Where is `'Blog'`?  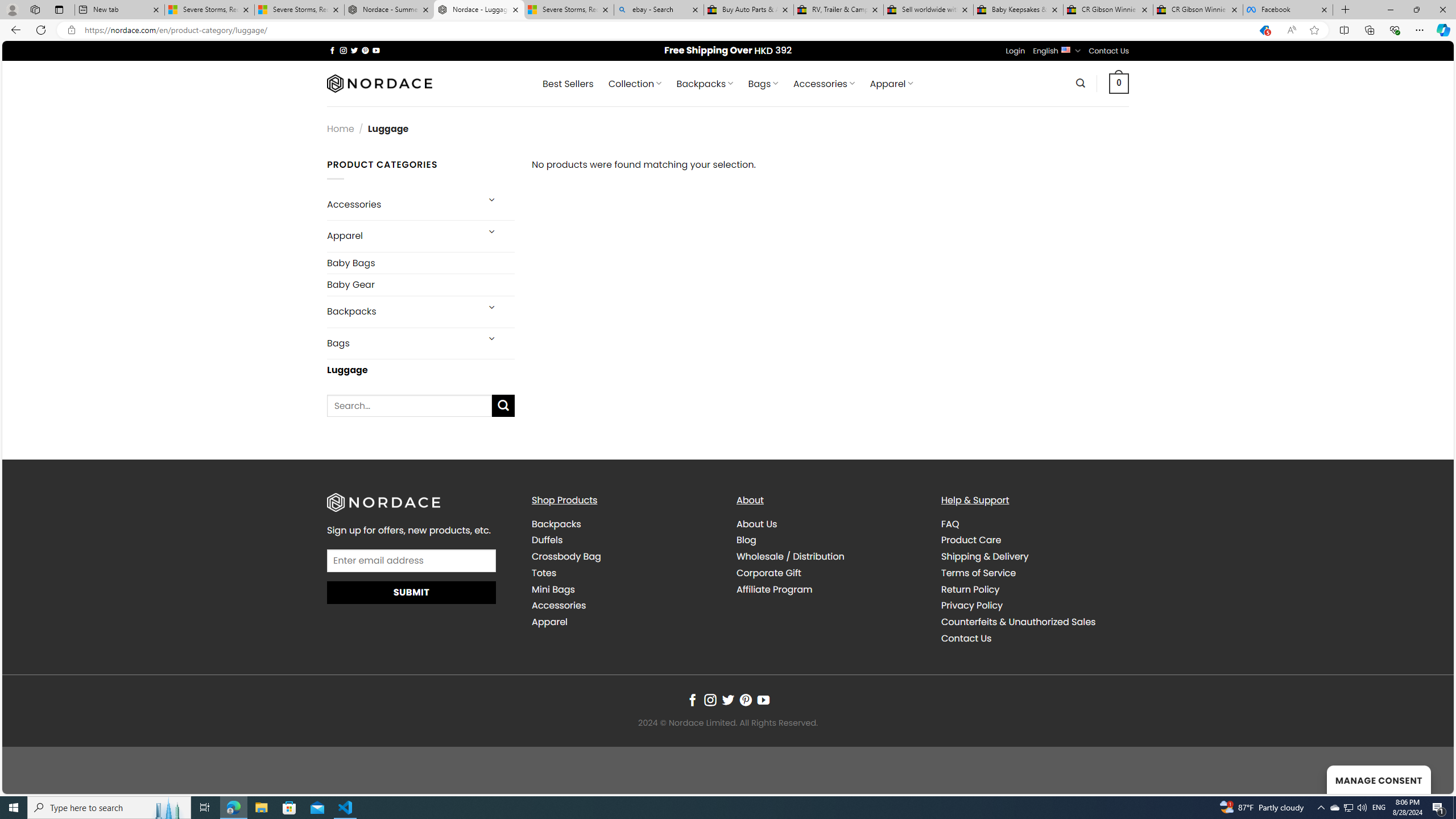 'Blog' is located at coordinates (746, 540).